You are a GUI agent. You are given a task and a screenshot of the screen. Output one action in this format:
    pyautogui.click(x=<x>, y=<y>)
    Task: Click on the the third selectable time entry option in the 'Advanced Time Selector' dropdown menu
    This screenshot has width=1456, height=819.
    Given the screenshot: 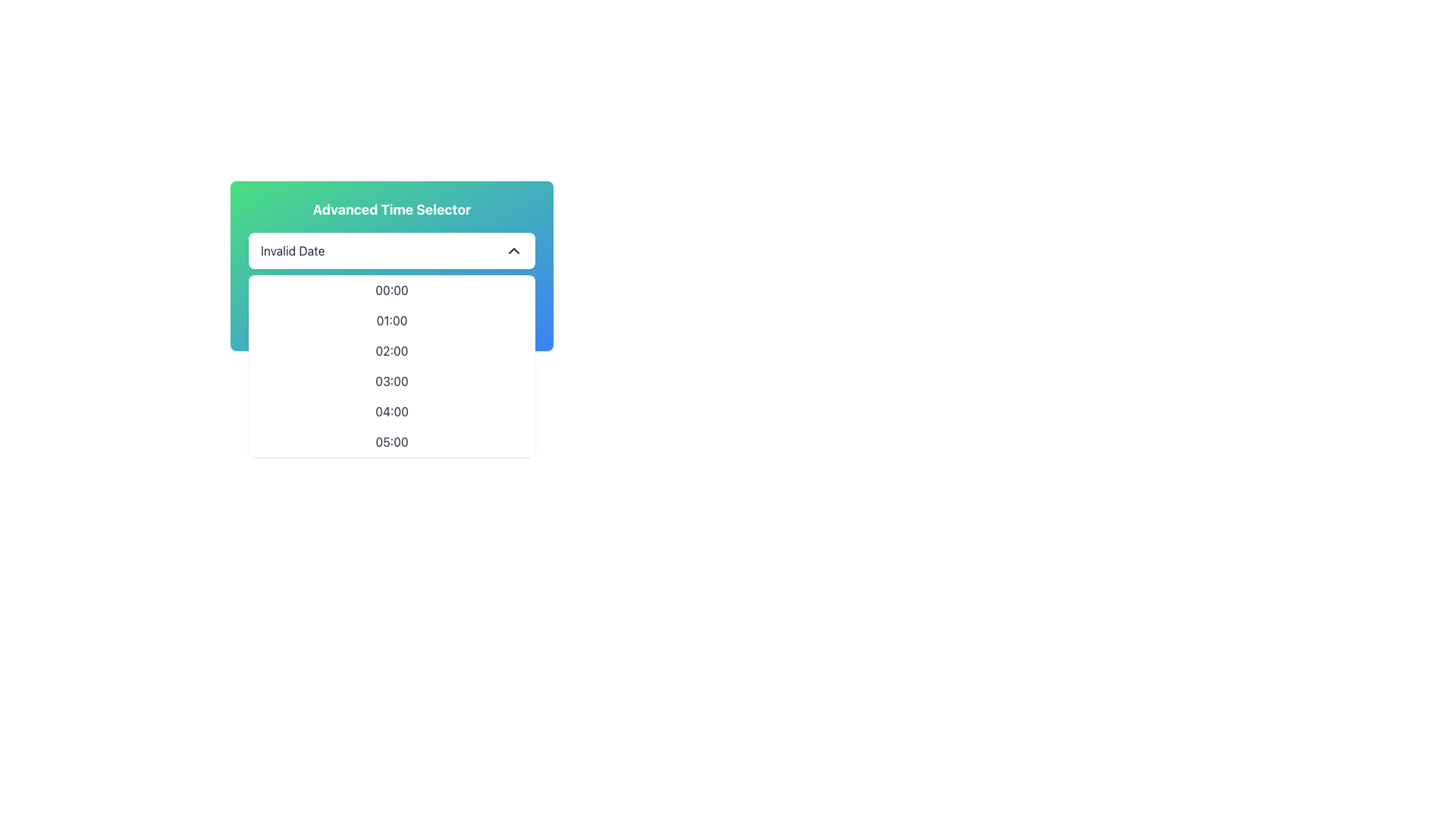 What is the action you would take?
    pyautogui.click(x=392, y=350)
    